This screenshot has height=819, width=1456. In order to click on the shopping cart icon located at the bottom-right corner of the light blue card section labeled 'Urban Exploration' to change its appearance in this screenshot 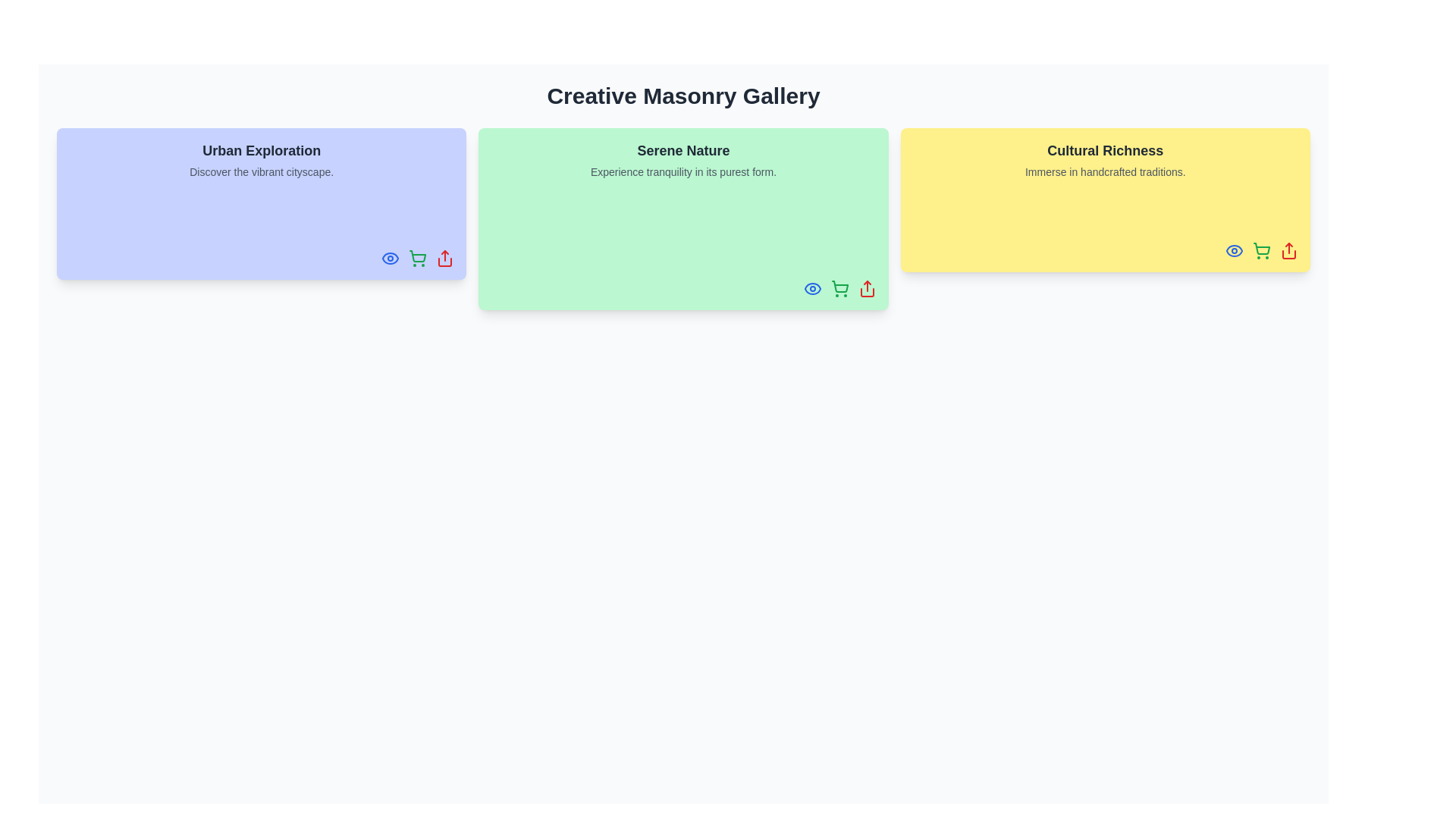, I will do `click(418, 257)`.